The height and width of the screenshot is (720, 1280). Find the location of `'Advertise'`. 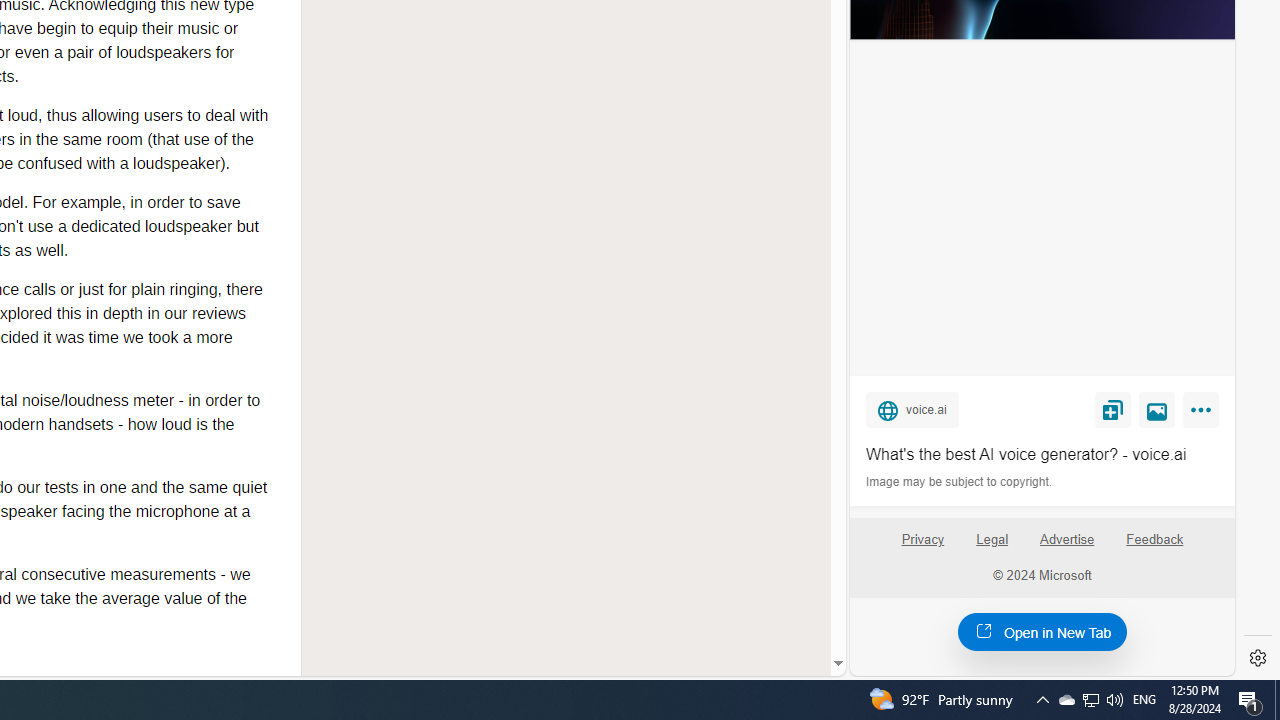

'Advertise' is located at coordinates (1066, 547).